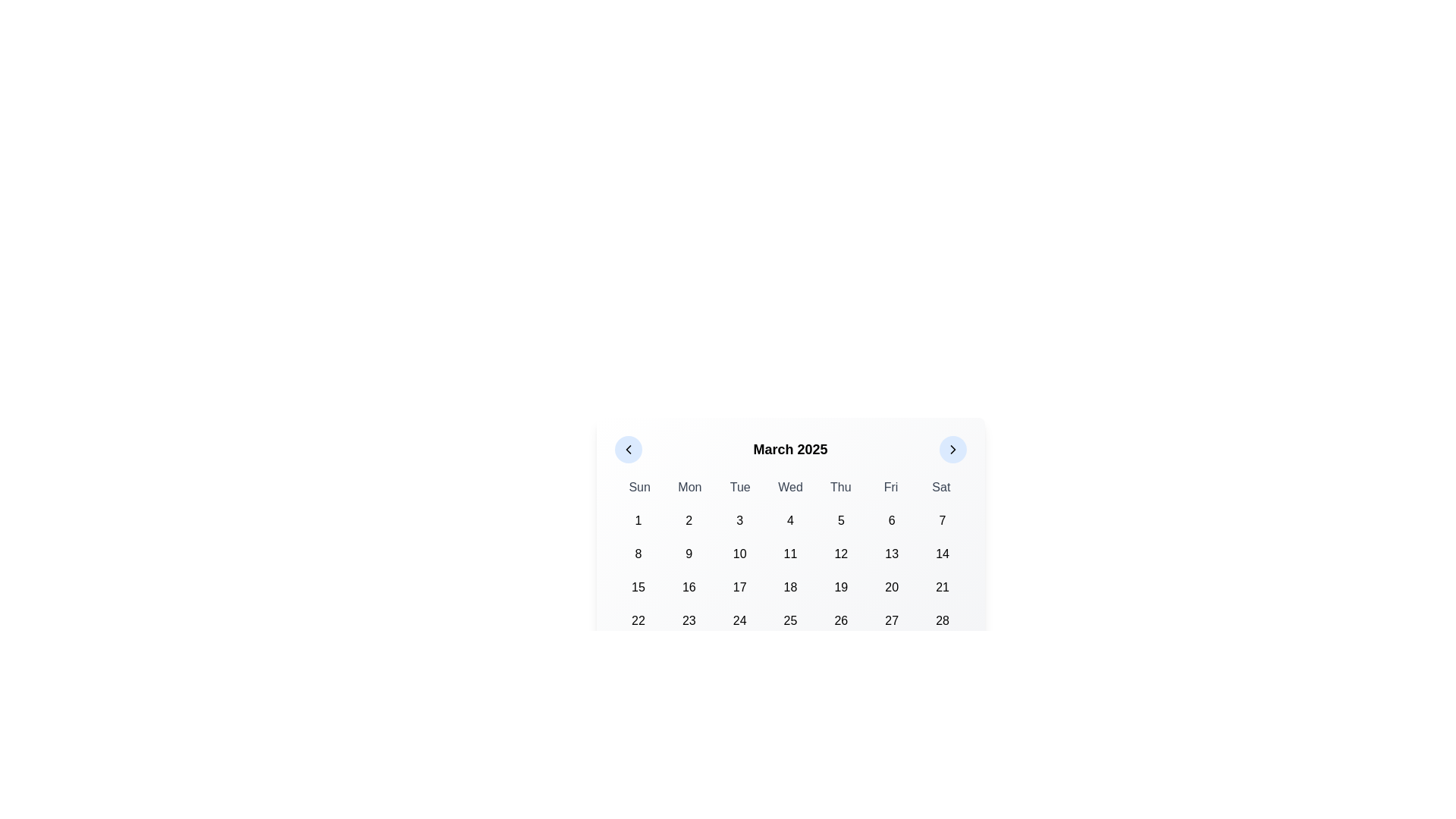  Describe the element at coordinates (789, 488) in the screenshot. I see `the text header row for the days of the week, which includes 'Sun', 'Mon', 'Tue', 'Wed', 'Thu', 'Fri', and 'Sat'` at that location.